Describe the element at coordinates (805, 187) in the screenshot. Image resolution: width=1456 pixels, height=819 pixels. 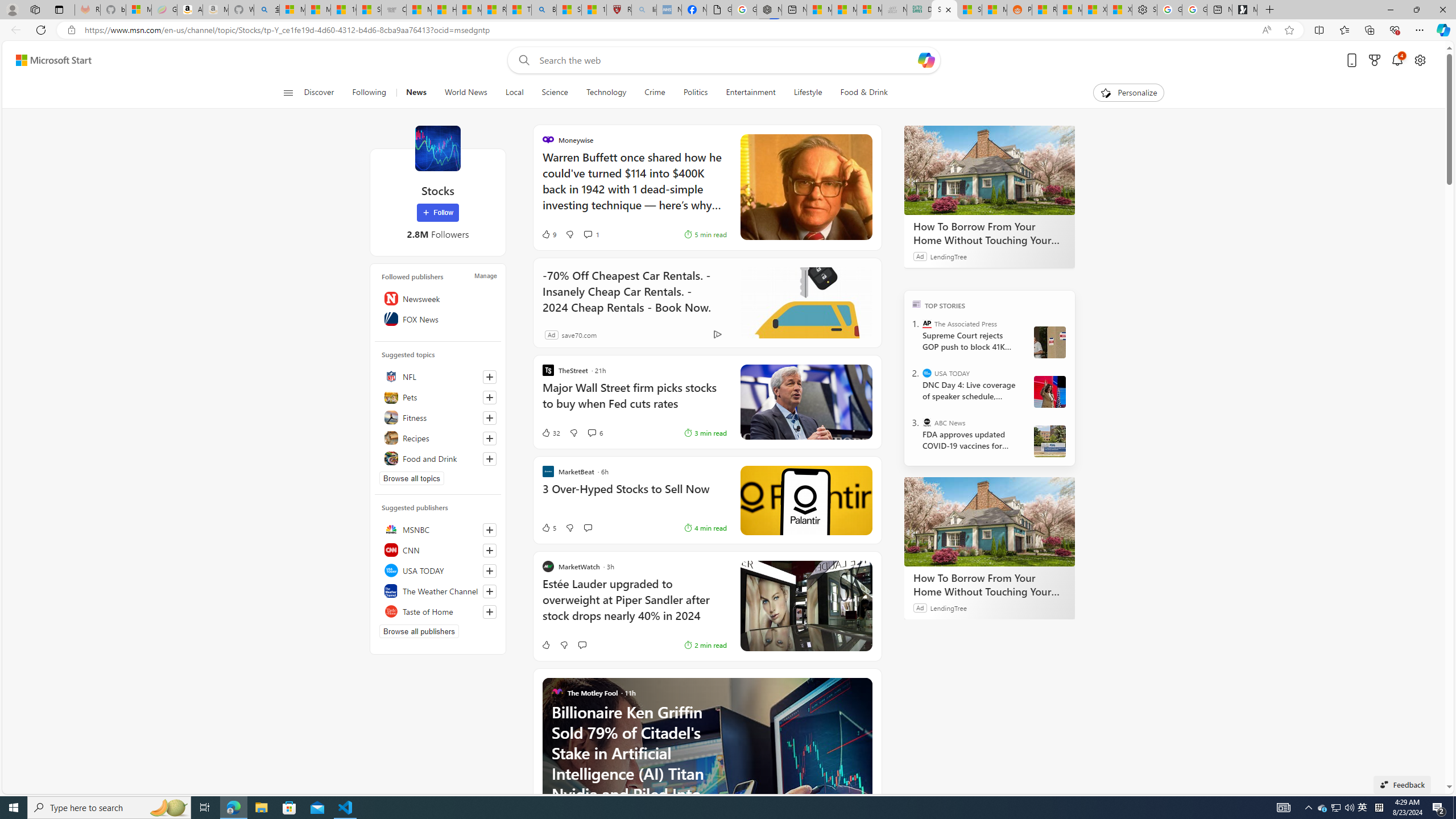
I see `'Warren Buffett shares dead-simple investing lesson'` at that location.